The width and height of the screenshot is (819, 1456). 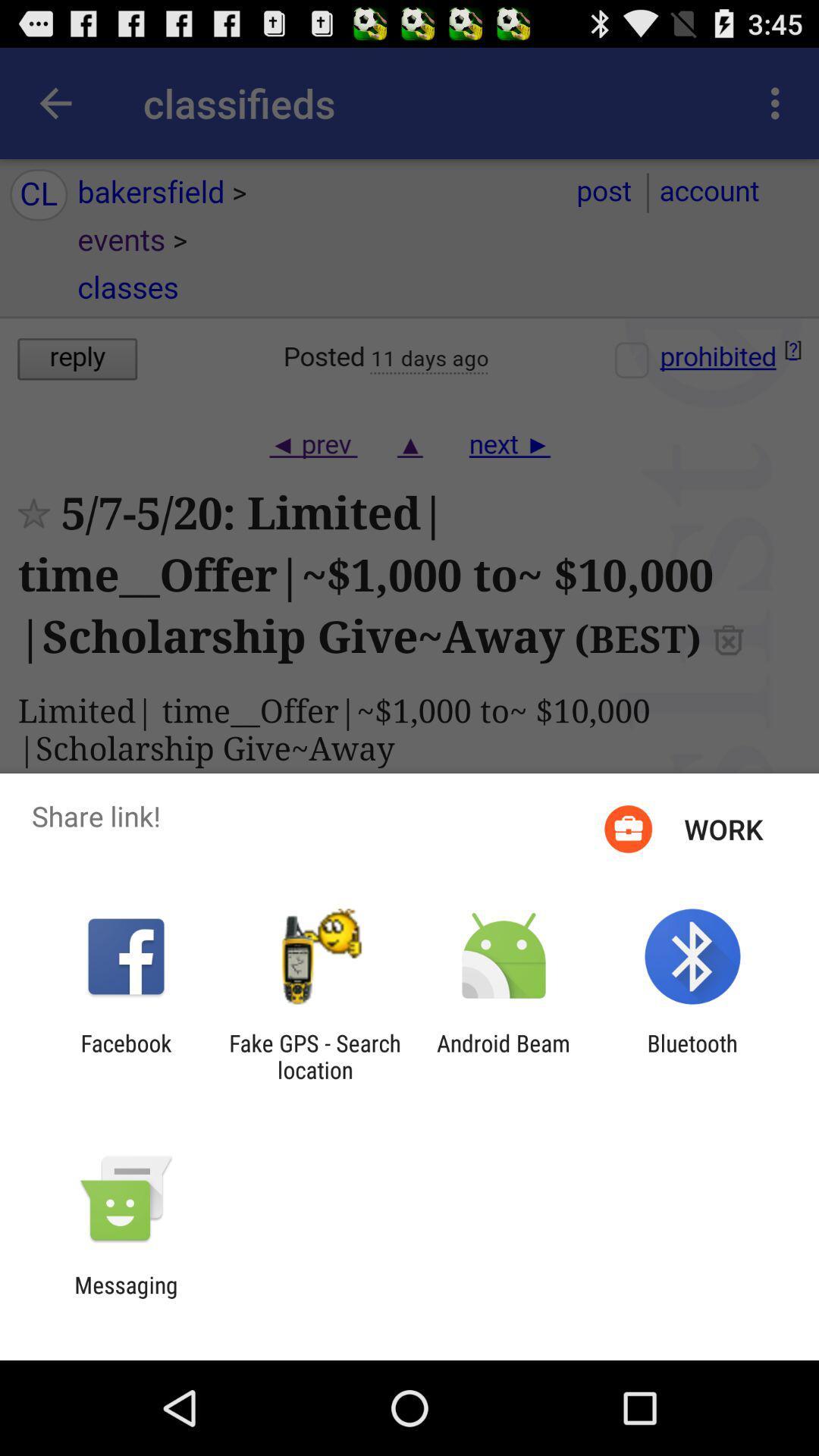 What do you see at coordinates (125, 1056) in the screenshot?
I see `the facebook app` at bounding box center [125, 1056].